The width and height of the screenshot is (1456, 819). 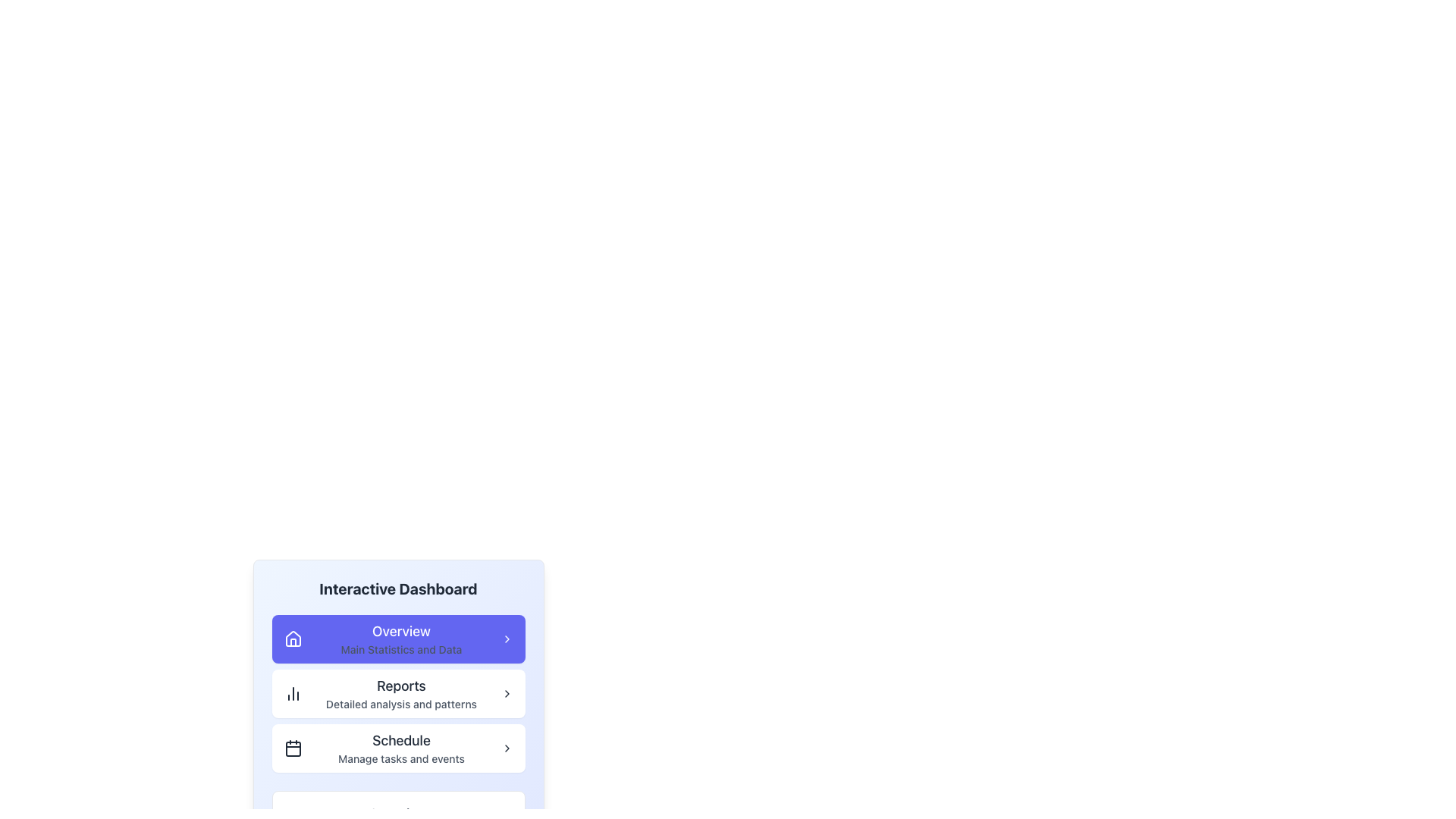 I want to click on the 'Schedule' button, which is a rectangular button with a white background, gray text, a calendar icon on the left, and a chevron icon on the right, located in the sidebar below the 'Reports' button, so click(x=398, y=748).